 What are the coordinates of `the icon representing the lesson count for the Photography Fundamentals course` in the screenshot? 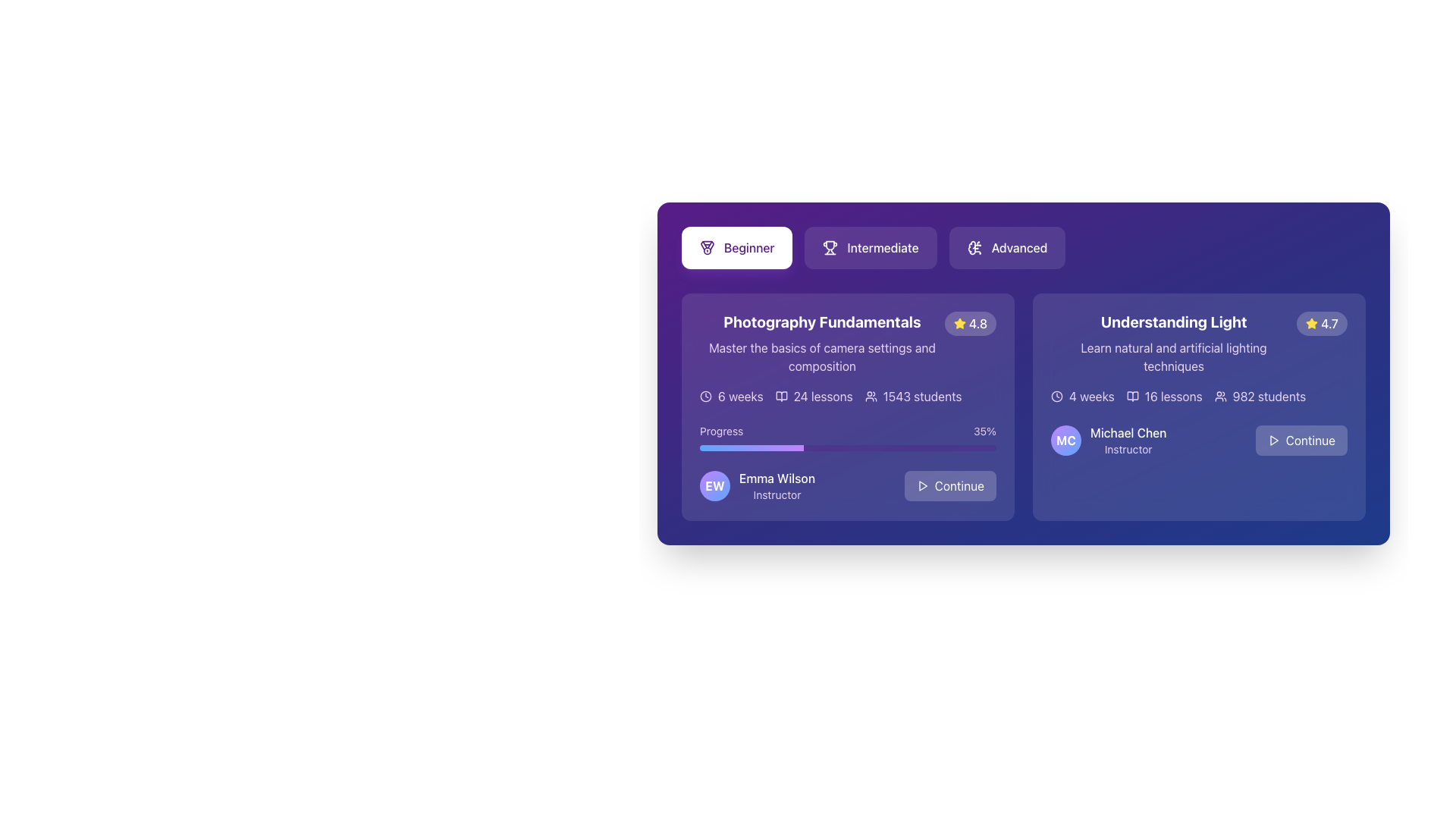 It's located at (781, 396).